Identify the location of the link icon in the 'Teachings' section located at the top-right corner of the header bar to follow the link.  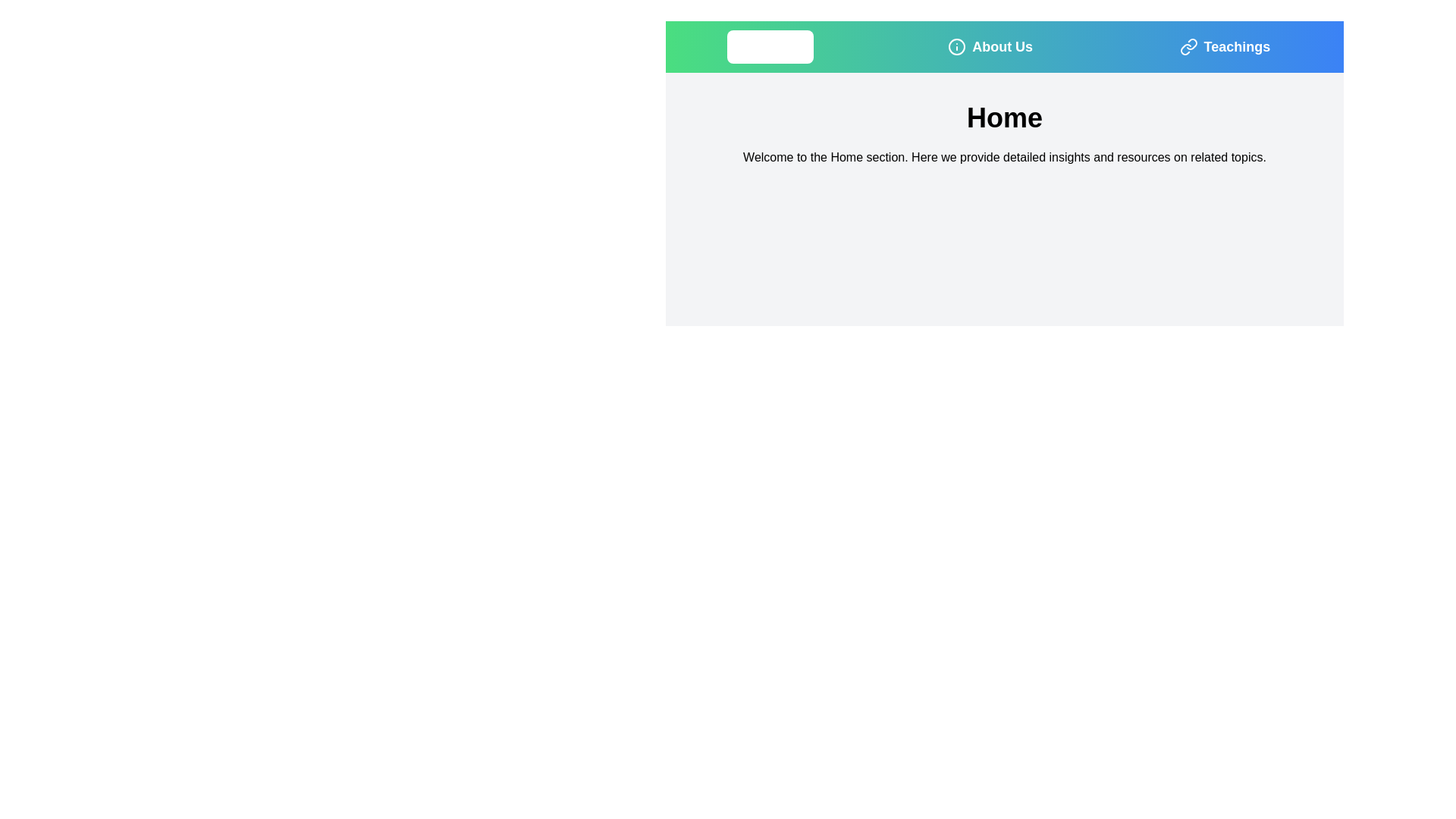
(1188, 45).